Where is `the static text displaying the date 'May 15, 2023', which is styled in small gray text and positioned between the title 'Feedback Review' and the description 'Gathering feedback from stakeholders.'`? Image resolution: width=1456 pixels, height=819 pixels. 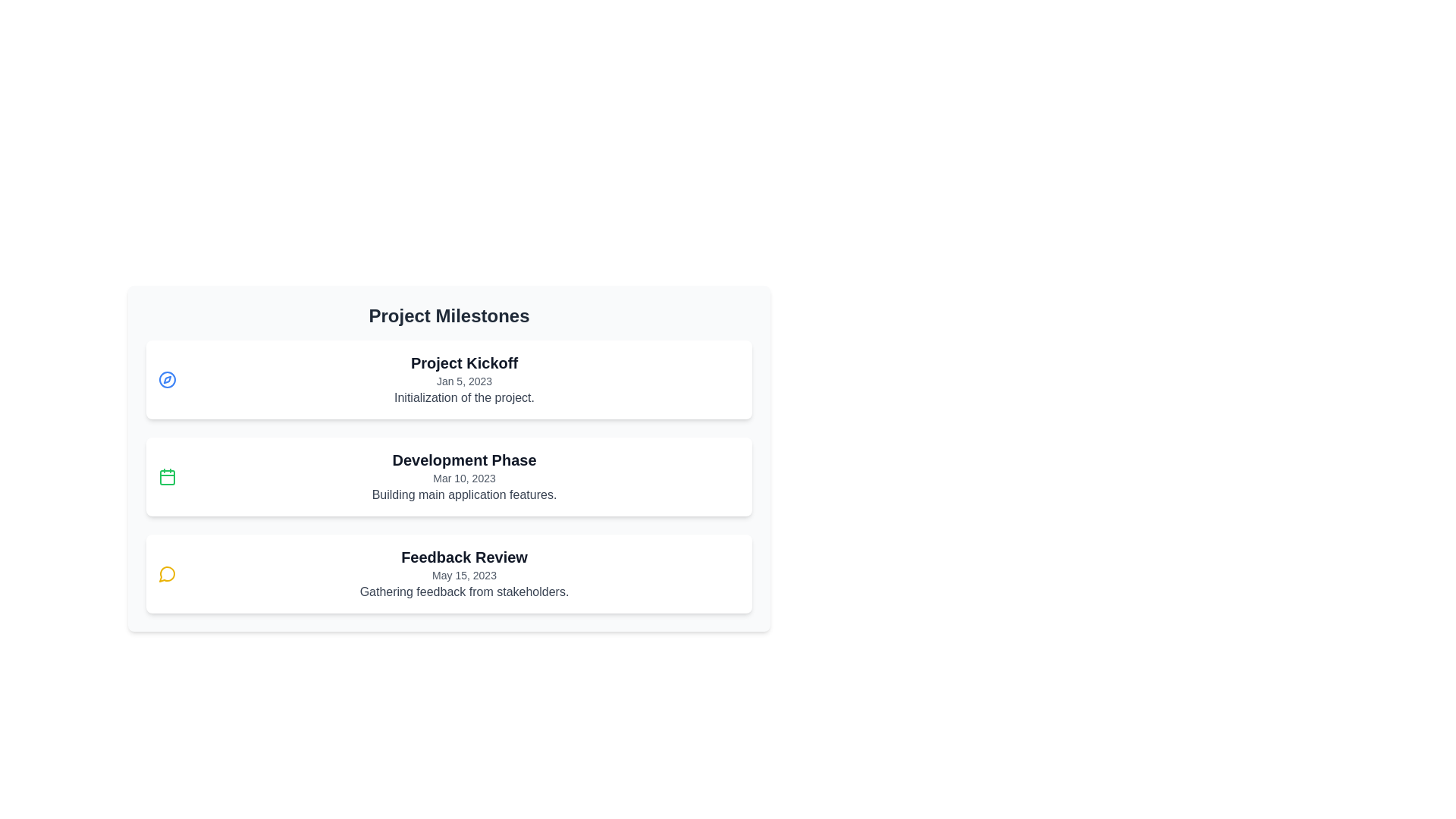 the static text displaying the date 'May 15, 2023', which is styled in small gray text and positioned between the title 'Feedback Review' and the description 'Gathering feedback from stakeholders.' is located at coordinates (463, 576).